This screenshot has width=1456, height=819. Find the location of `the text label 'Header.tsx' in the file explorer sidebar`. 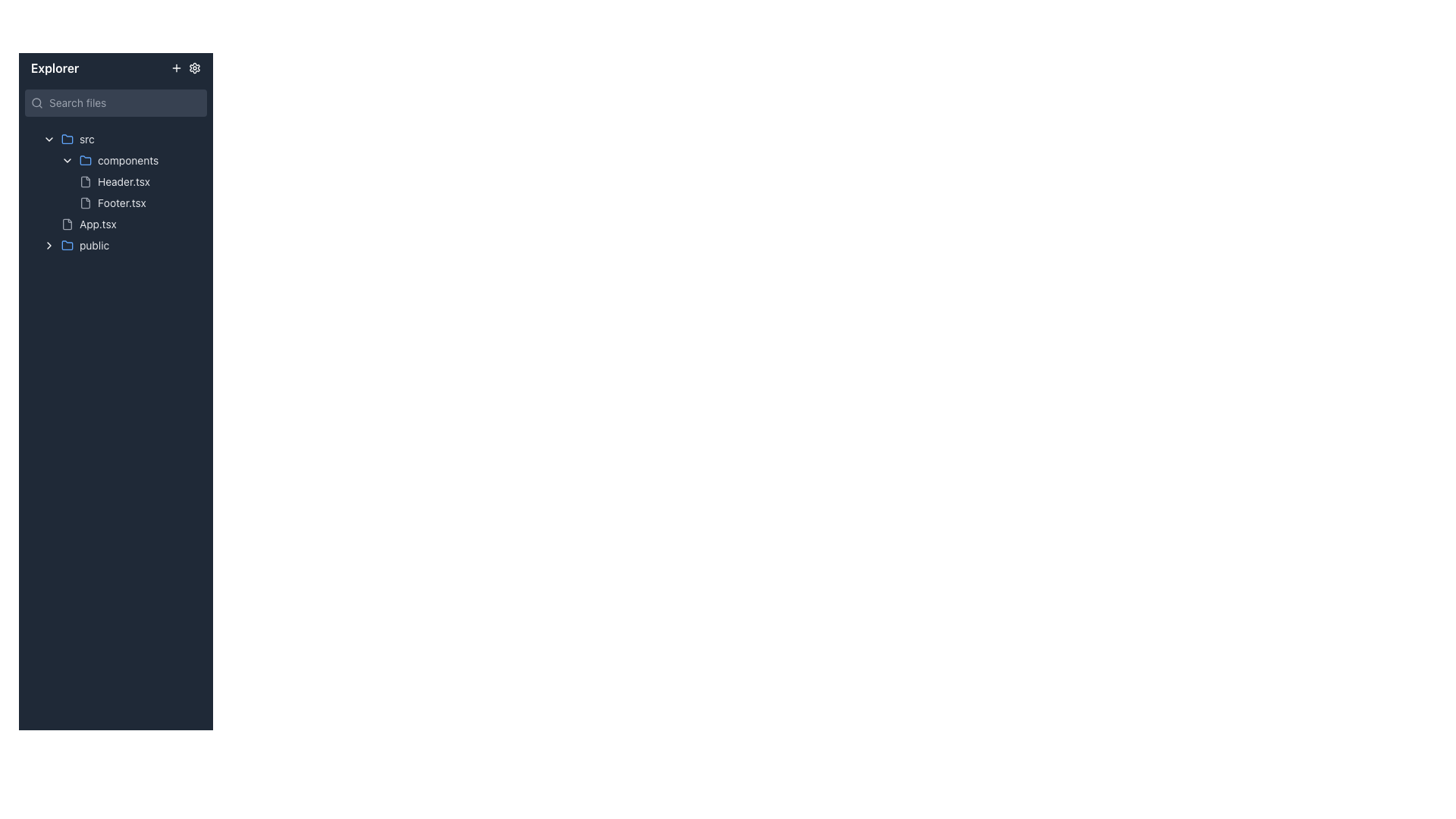

the text label 'Header.tsx' in the file explorer sidebar is located at coordinates (130, 180).